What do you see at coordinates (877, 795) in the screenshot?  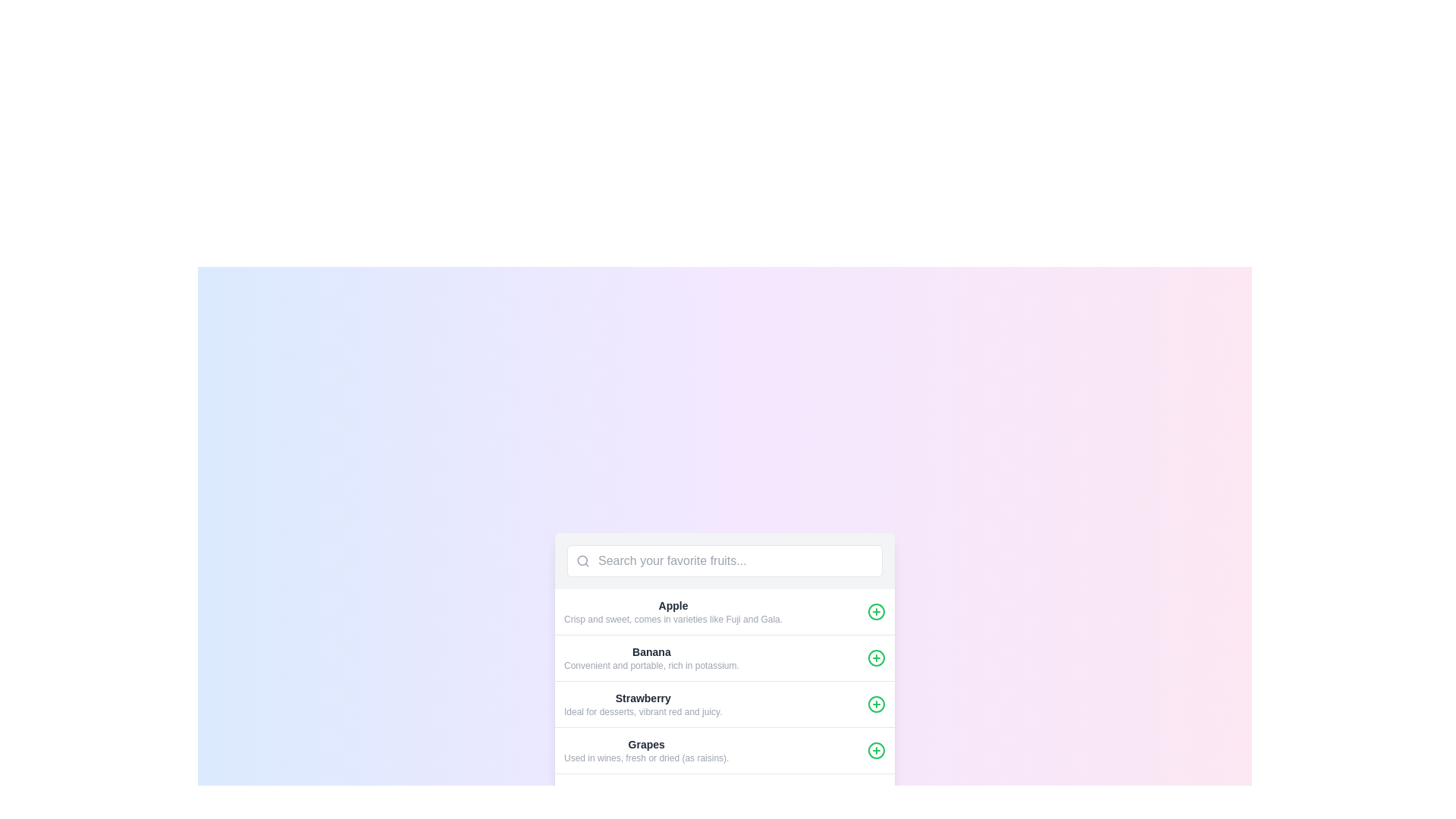 I see `the SVG Circle that represents the outer boundary of the plus icon button located at the bottom-right of the widget` at bounding box center [877, 795].